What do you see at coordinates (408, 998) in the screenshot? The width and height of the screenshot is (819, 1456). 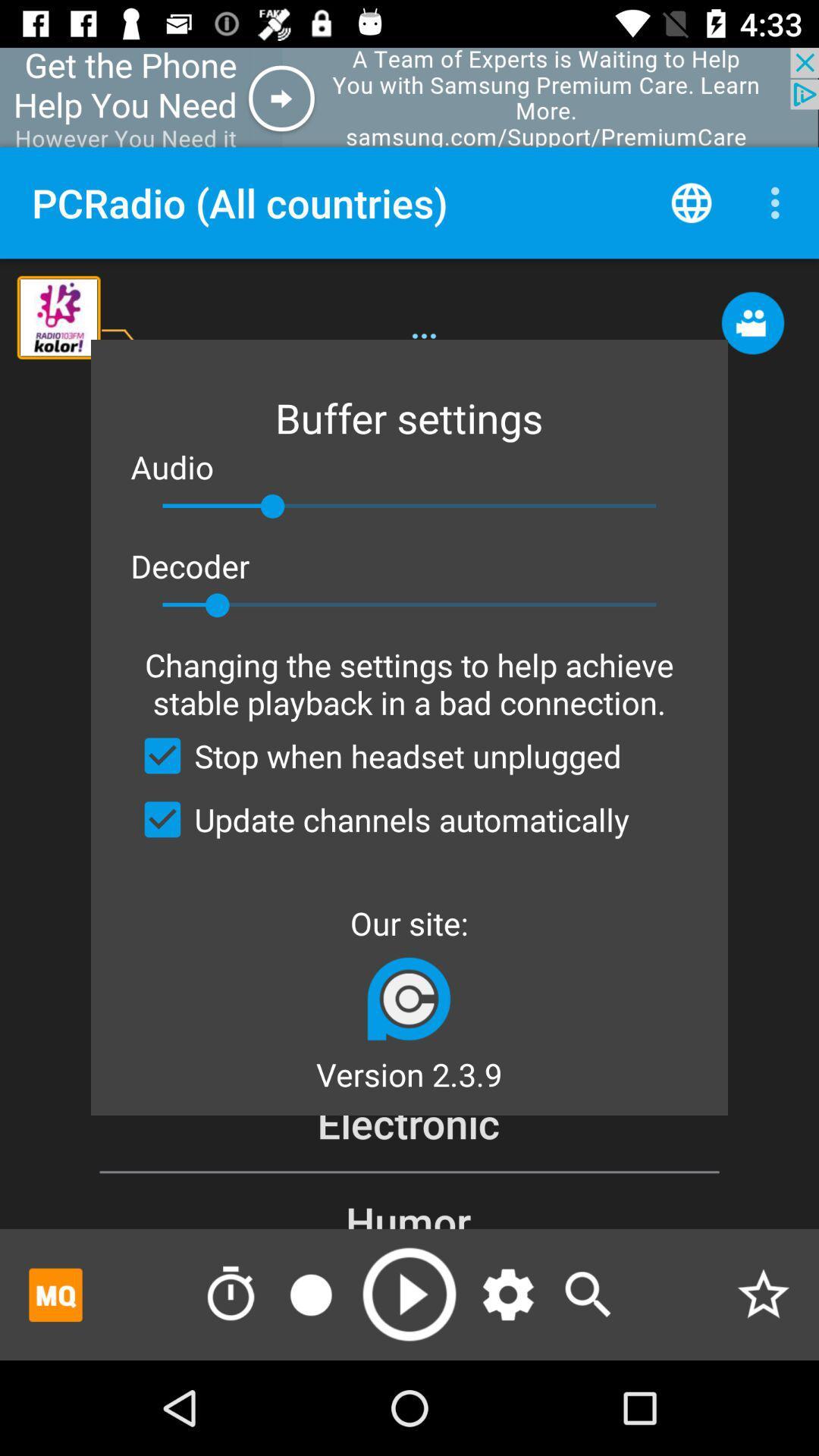 I see `the item above the version 2 3 item` at bounding box center [408, 998].